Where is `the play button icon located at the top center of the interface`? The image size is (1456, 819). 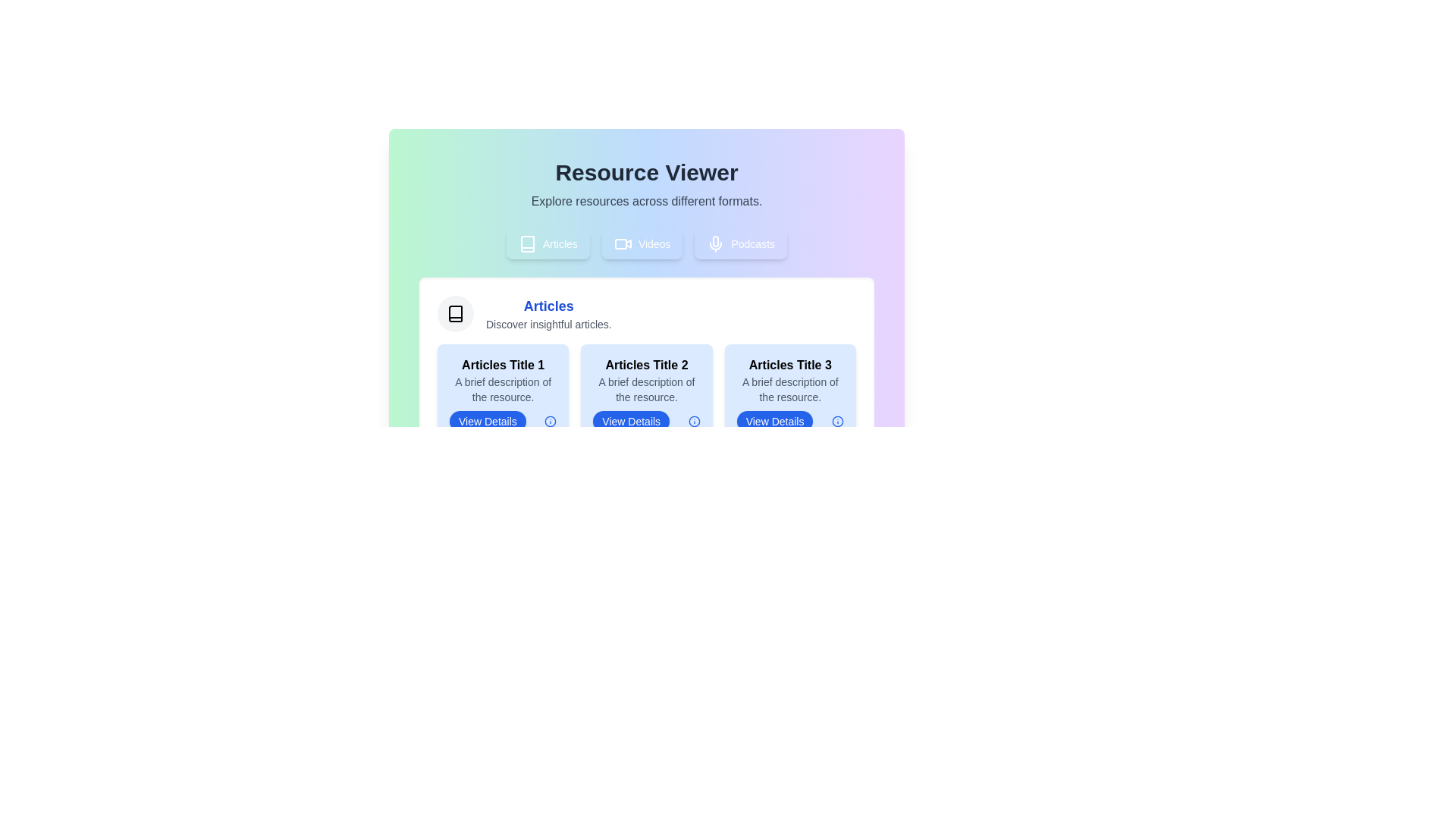 the play button icon located at the top center of the interface is located at coordinates (628, 243).